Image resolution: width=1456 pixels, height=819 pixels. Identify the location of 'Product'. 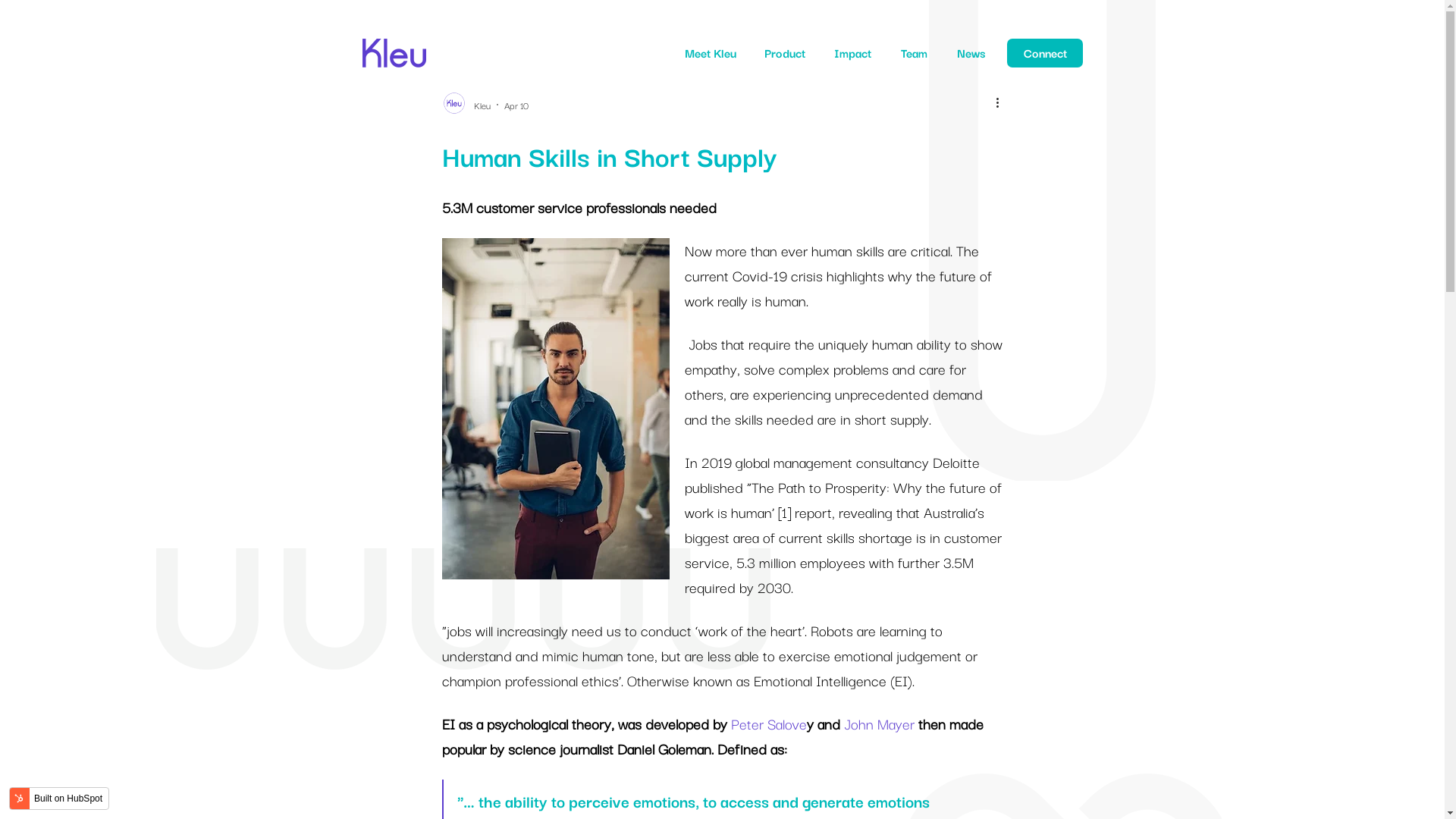
(785, 52).